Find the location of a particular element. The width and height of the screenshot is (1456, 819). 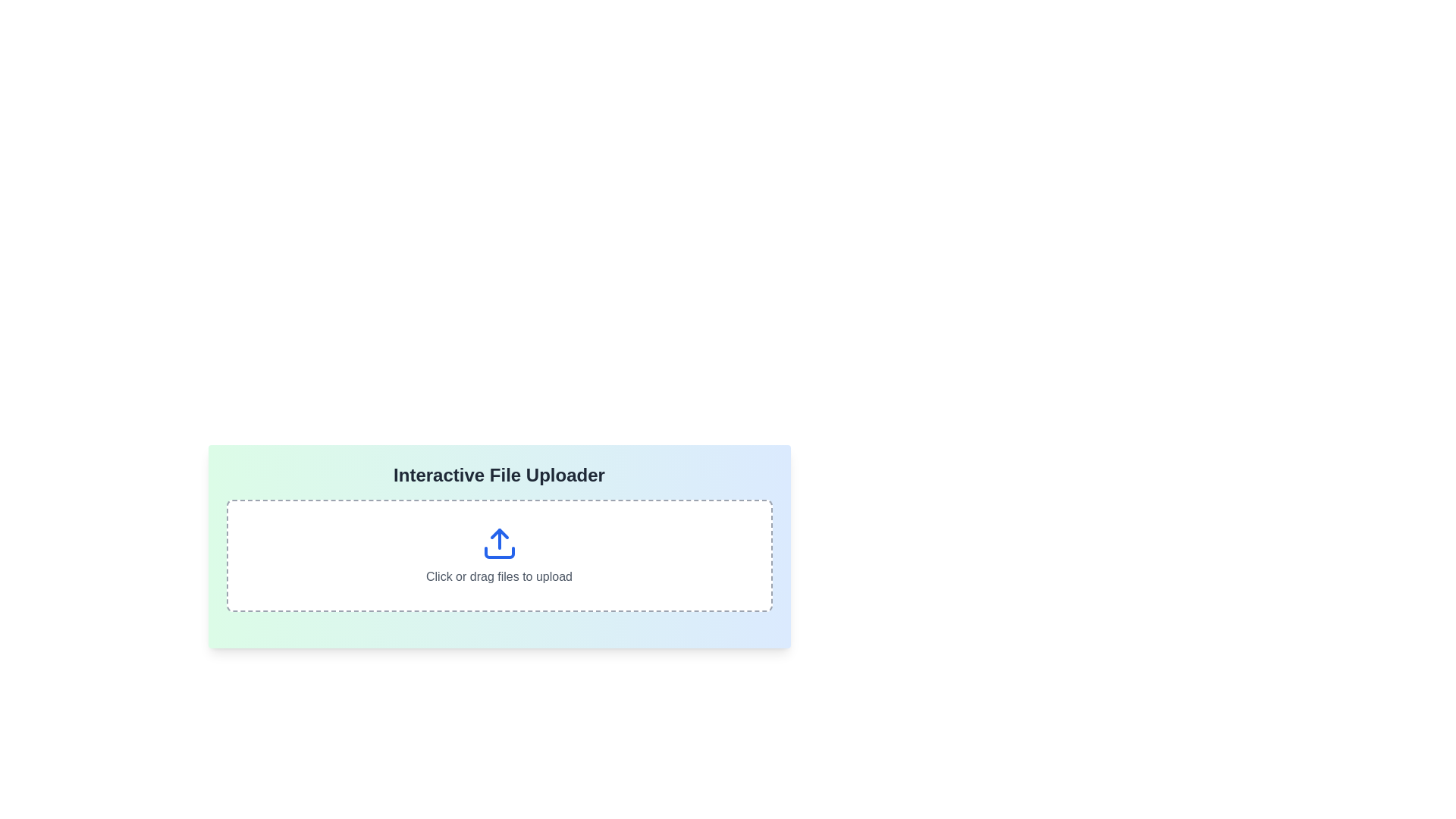

the arrow icon within the file upload indicator, which visually represents the action of uploading files, located above the text 'Click or drag files to upload.' is located at coordinates (499, 533).